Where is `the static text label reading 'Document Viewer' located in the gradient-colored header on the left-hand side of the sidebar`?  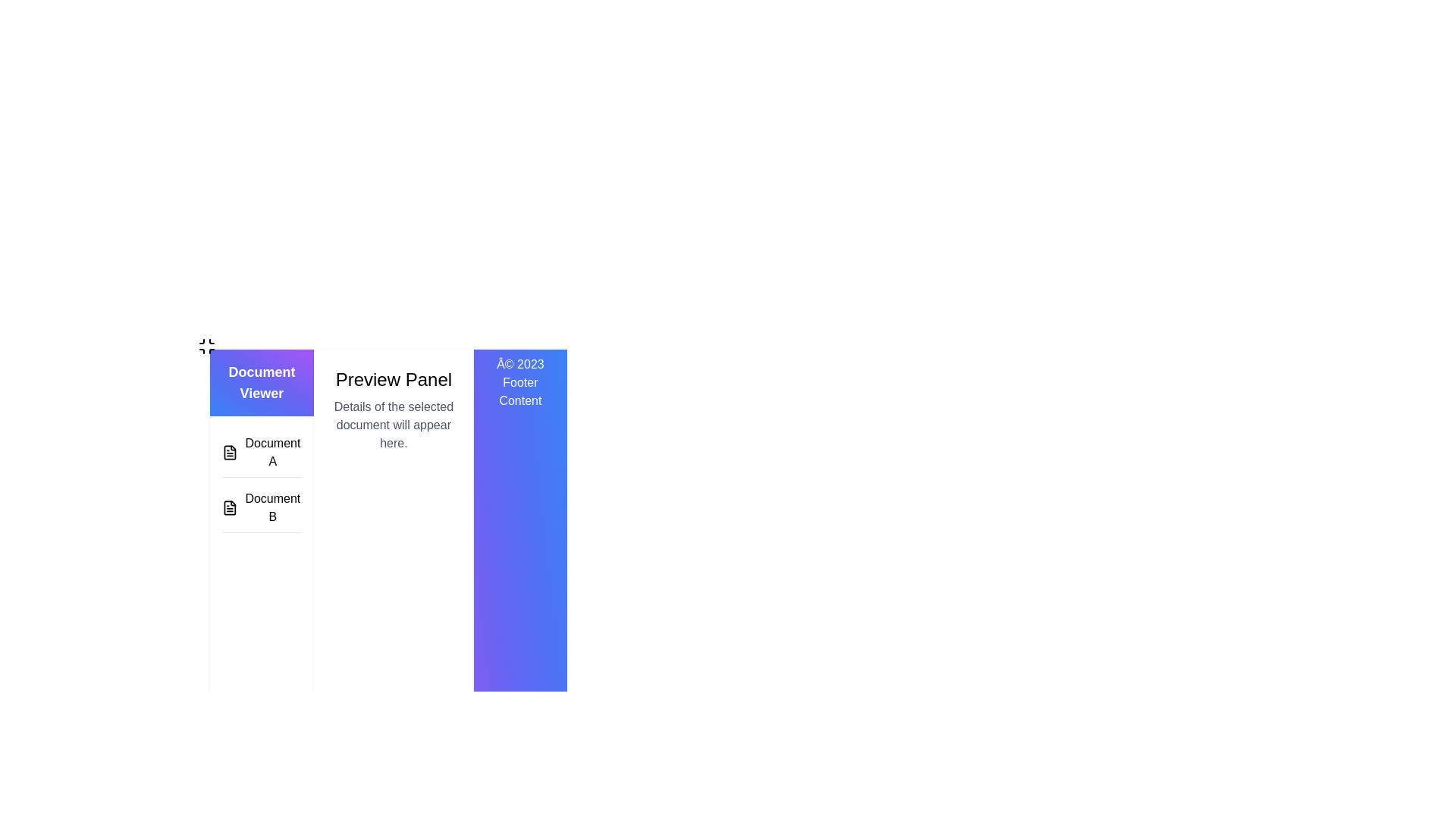 the static text label reading 'Document Viewer' located in the gradient-colored header on the left-hand side of the sidebar is located at coordinates (262, 382).